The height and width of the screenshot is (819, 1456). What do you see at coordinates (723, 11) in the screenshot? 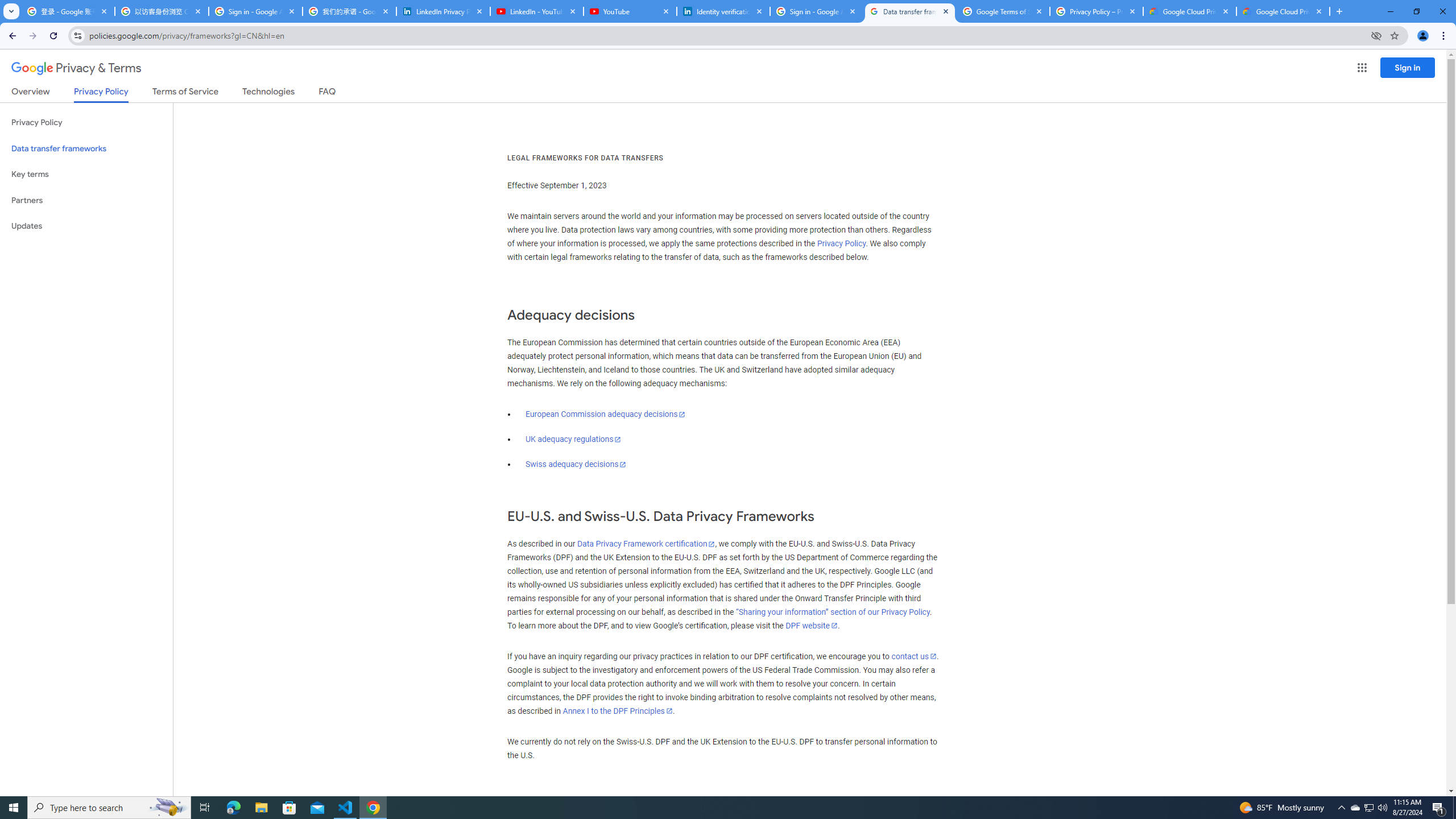
I see `'Identity verification via Persona | LinkedIn Help'` at bounding box center [723, 11].